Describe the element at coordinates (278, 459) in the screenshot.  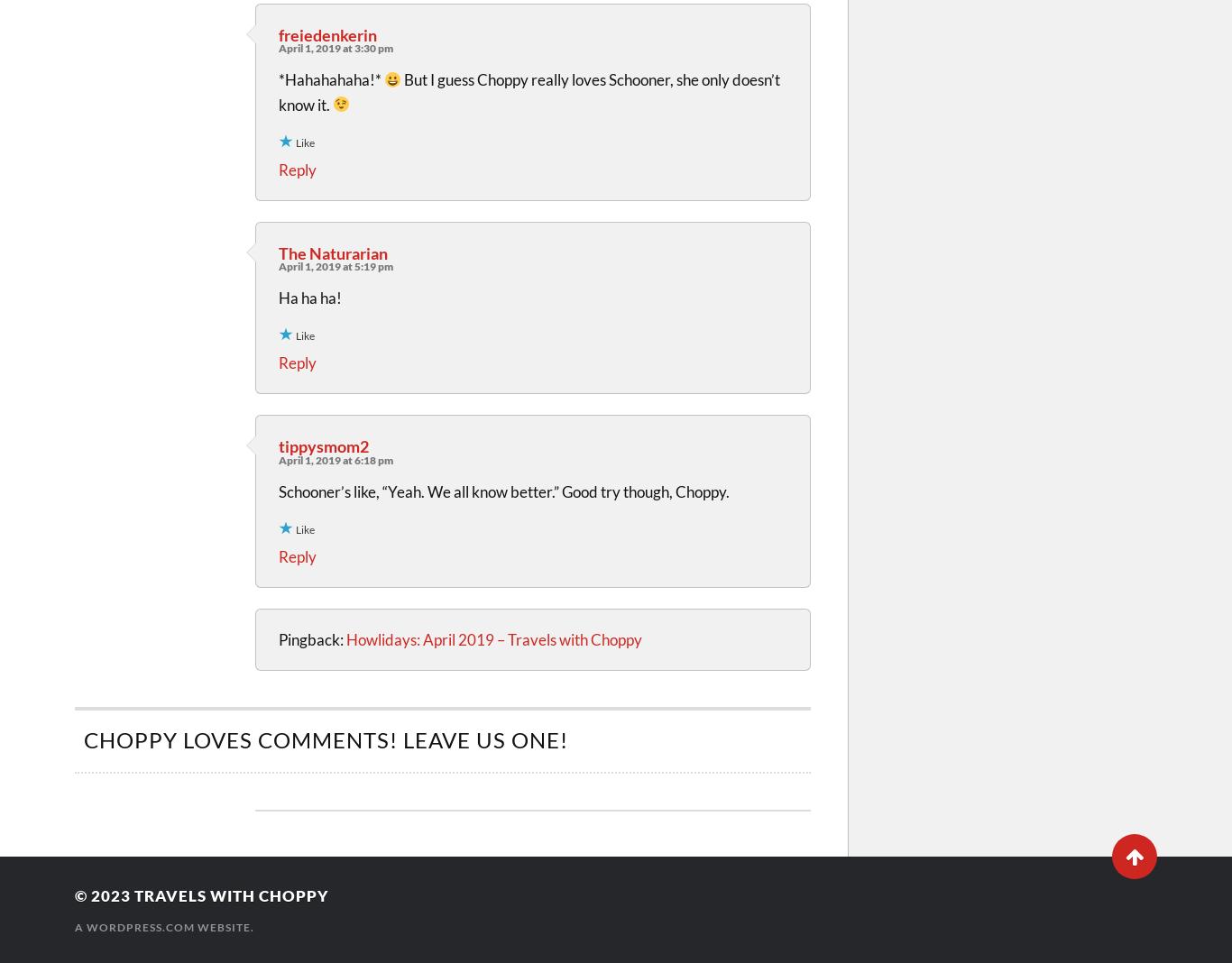
I see `'April 1, 2019 at 6:18 pm'` at that location.